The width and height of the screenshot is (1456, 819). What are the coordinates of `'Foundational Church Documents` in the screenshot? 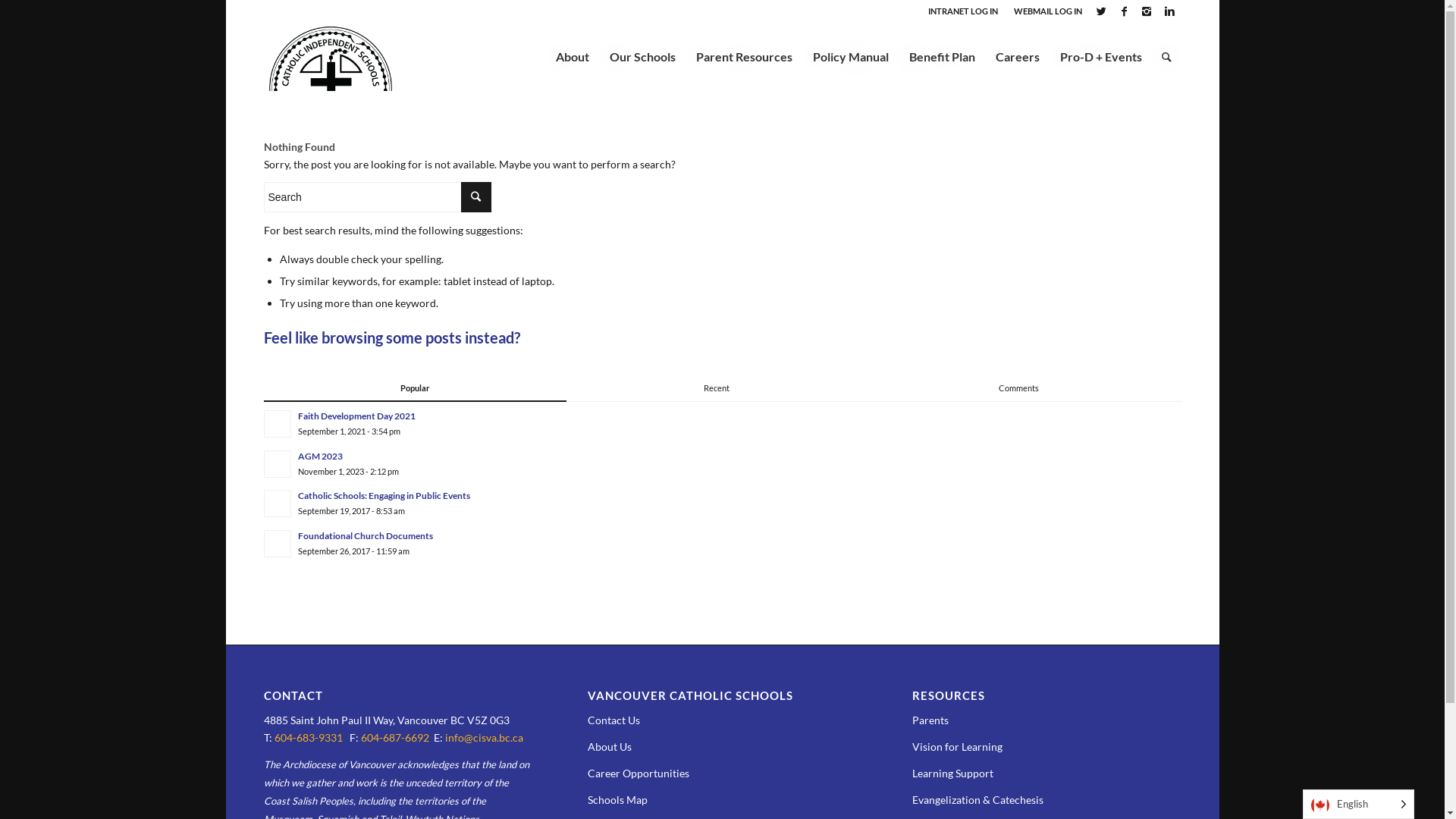 It's located at (263, 542).